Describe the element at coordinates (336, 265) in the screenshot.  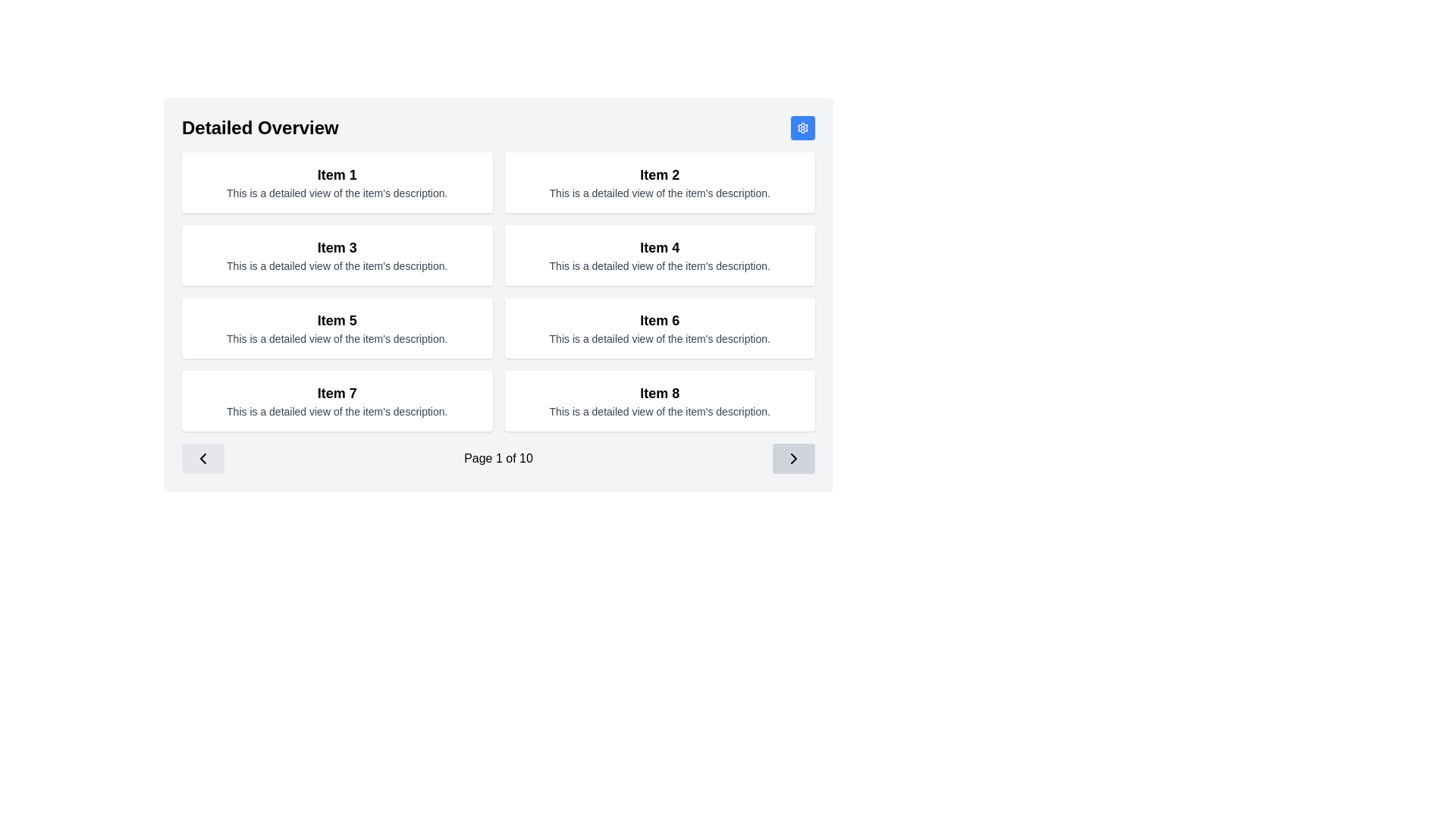
I see `the descriptive text that provides information about the third item, located below the title 'Item 3' in the first column of the second row of the grid layout` at that location.